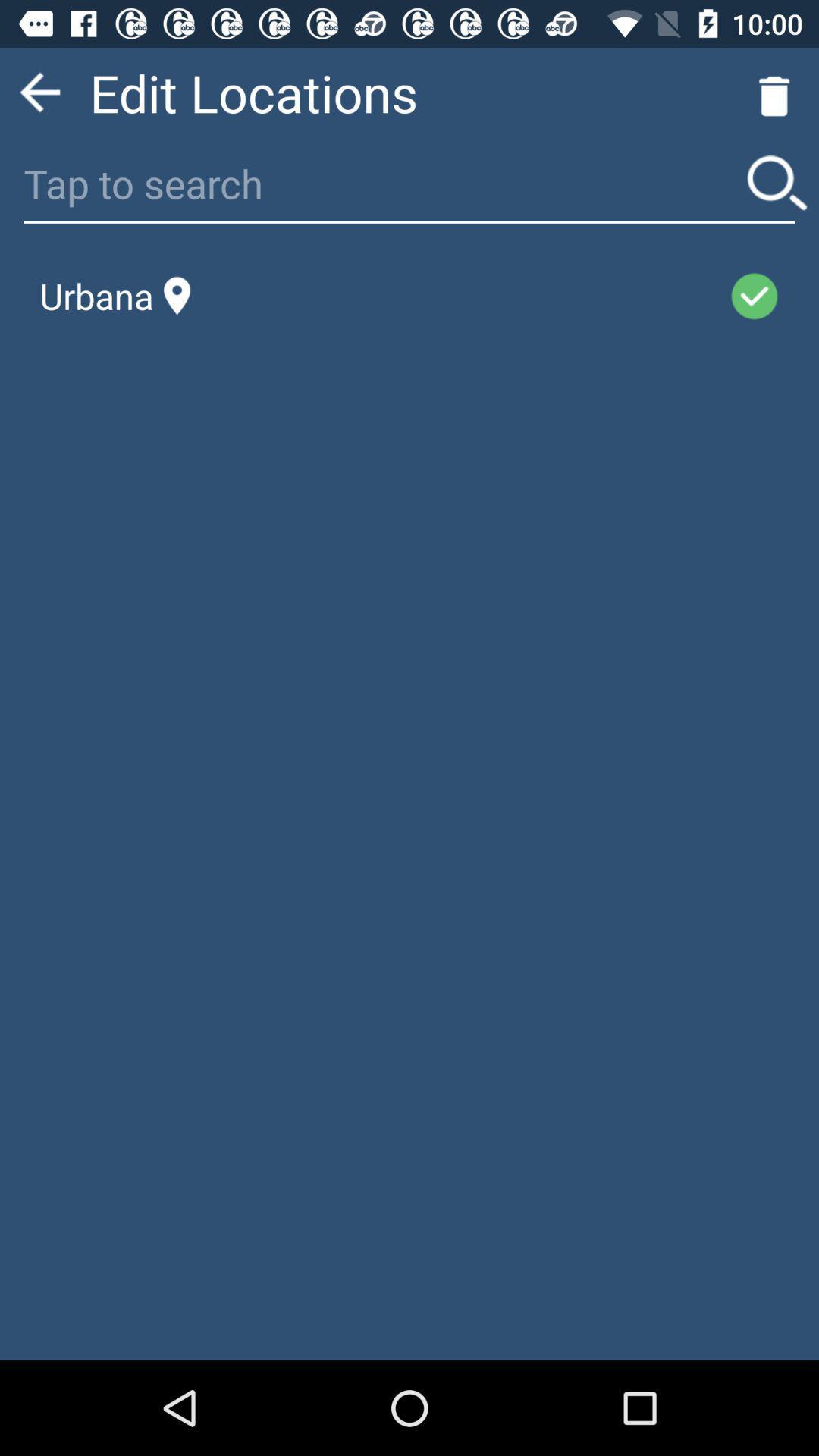 The height and width of the screenshot is (1456, 819). Describe the element at coordinates (777, 182) in the screenshot. I see `the search icon` at that location.